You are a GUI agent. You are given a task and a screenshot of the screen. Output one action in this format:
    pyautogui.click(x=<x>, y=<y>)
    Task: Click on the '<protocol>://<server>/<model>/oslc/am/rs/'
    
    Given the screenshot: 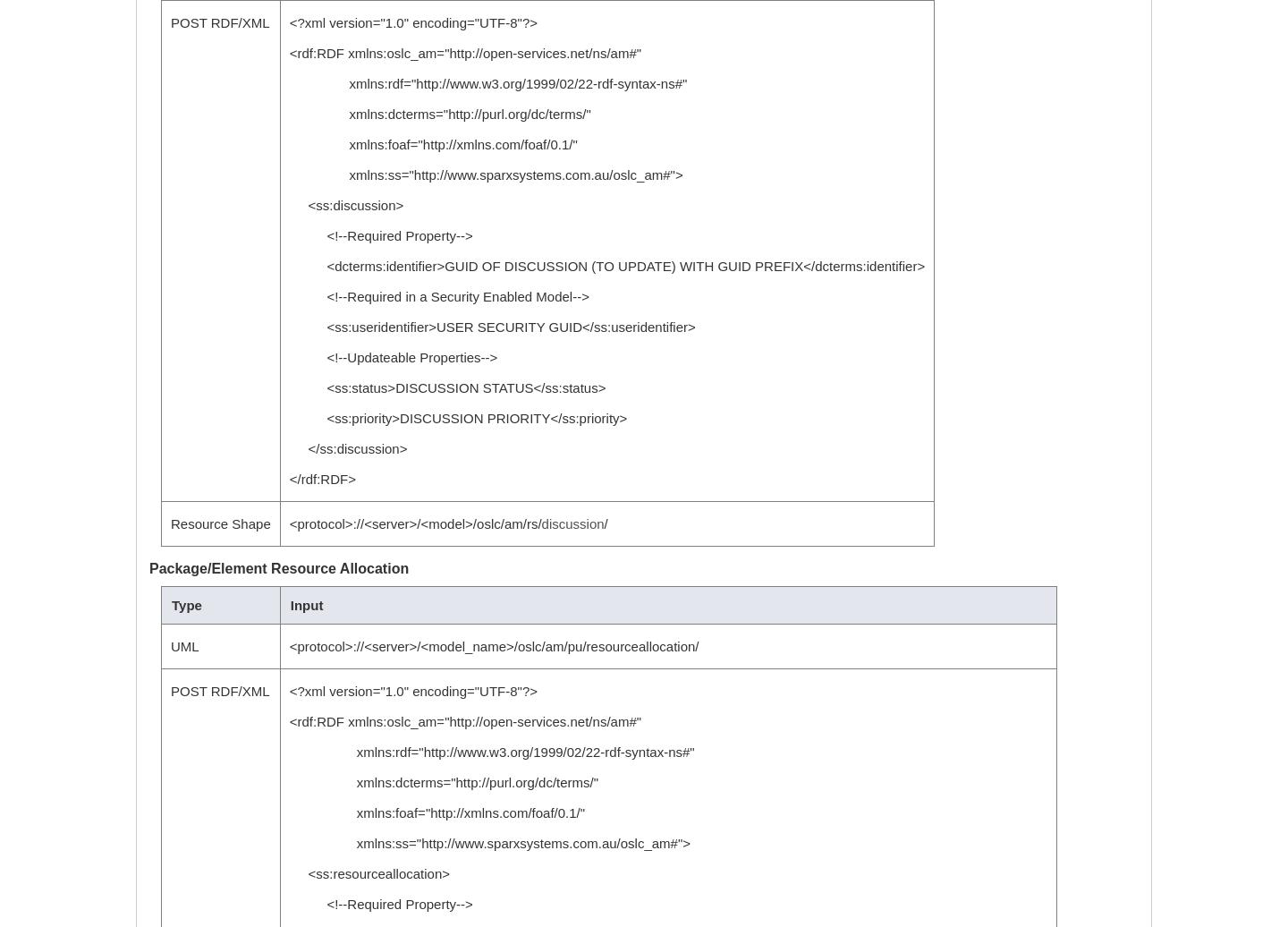 What is the action you would take?
    pyautogui.click(x=414, y=523)
    